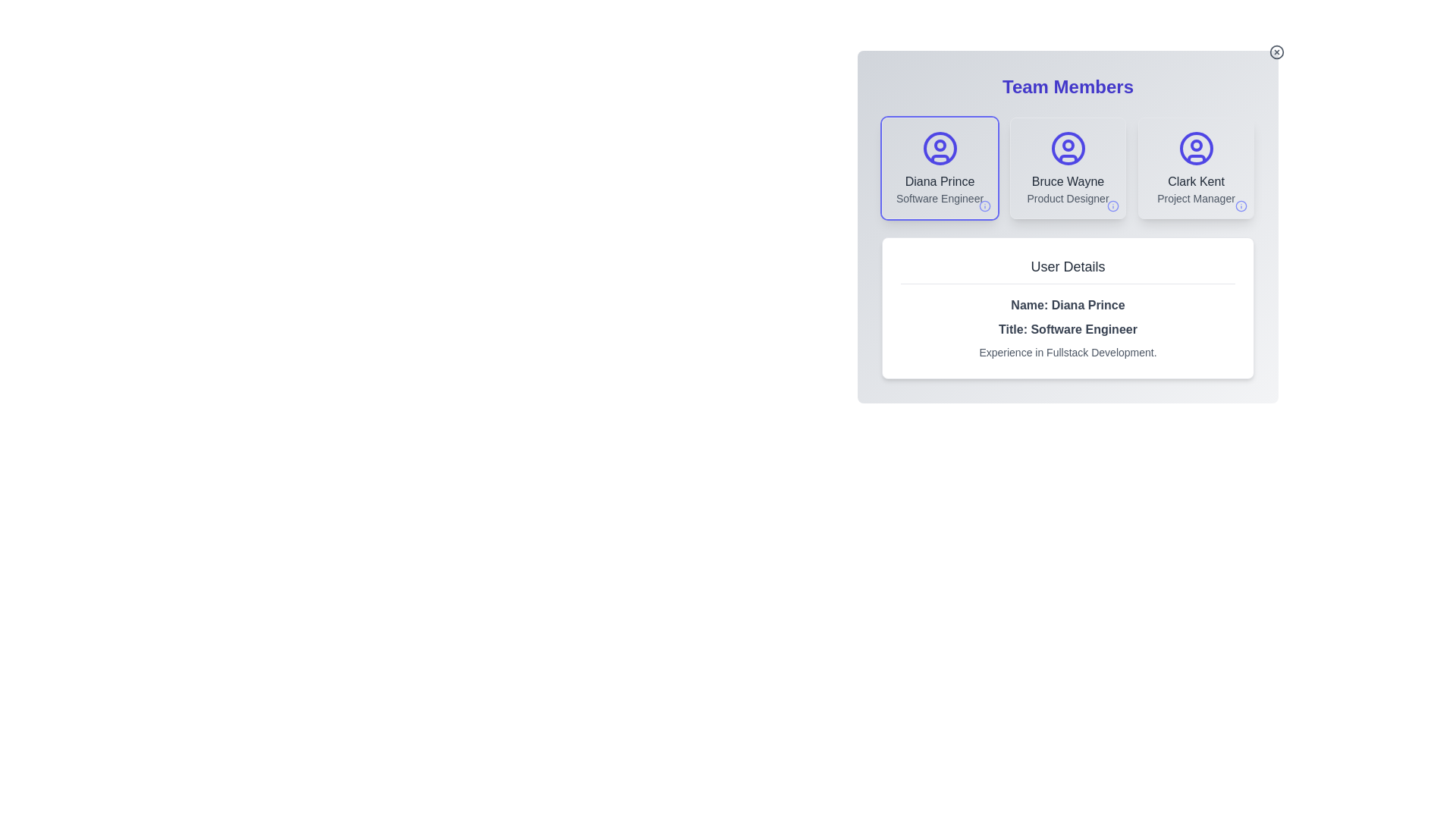 The height and width of the screenshot is (819, 1456). Describe the element at coordinates (985, 206) in the screenshot. I see `the blue-bordered circle located within the card labeled 'Diana Prince Software Engineer' at the bottom right corner` at that location.